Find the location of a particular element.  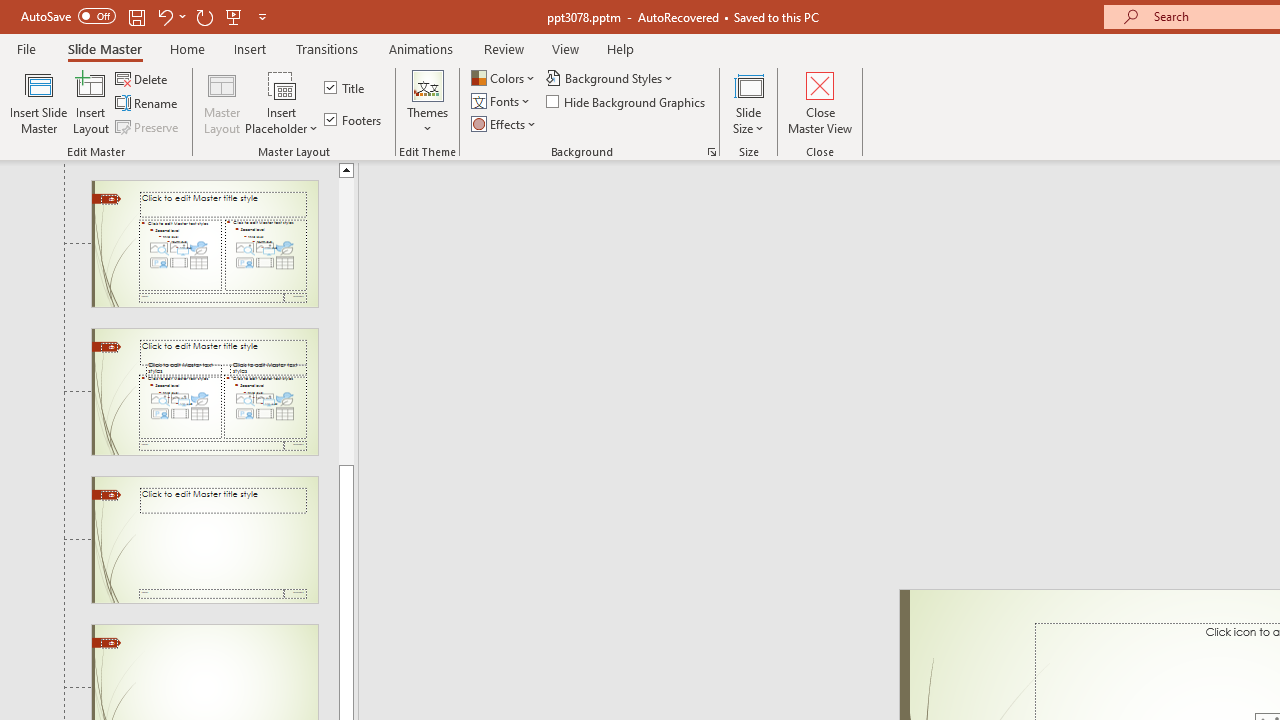

'Format Background...' is located at coordinates (711, 150).